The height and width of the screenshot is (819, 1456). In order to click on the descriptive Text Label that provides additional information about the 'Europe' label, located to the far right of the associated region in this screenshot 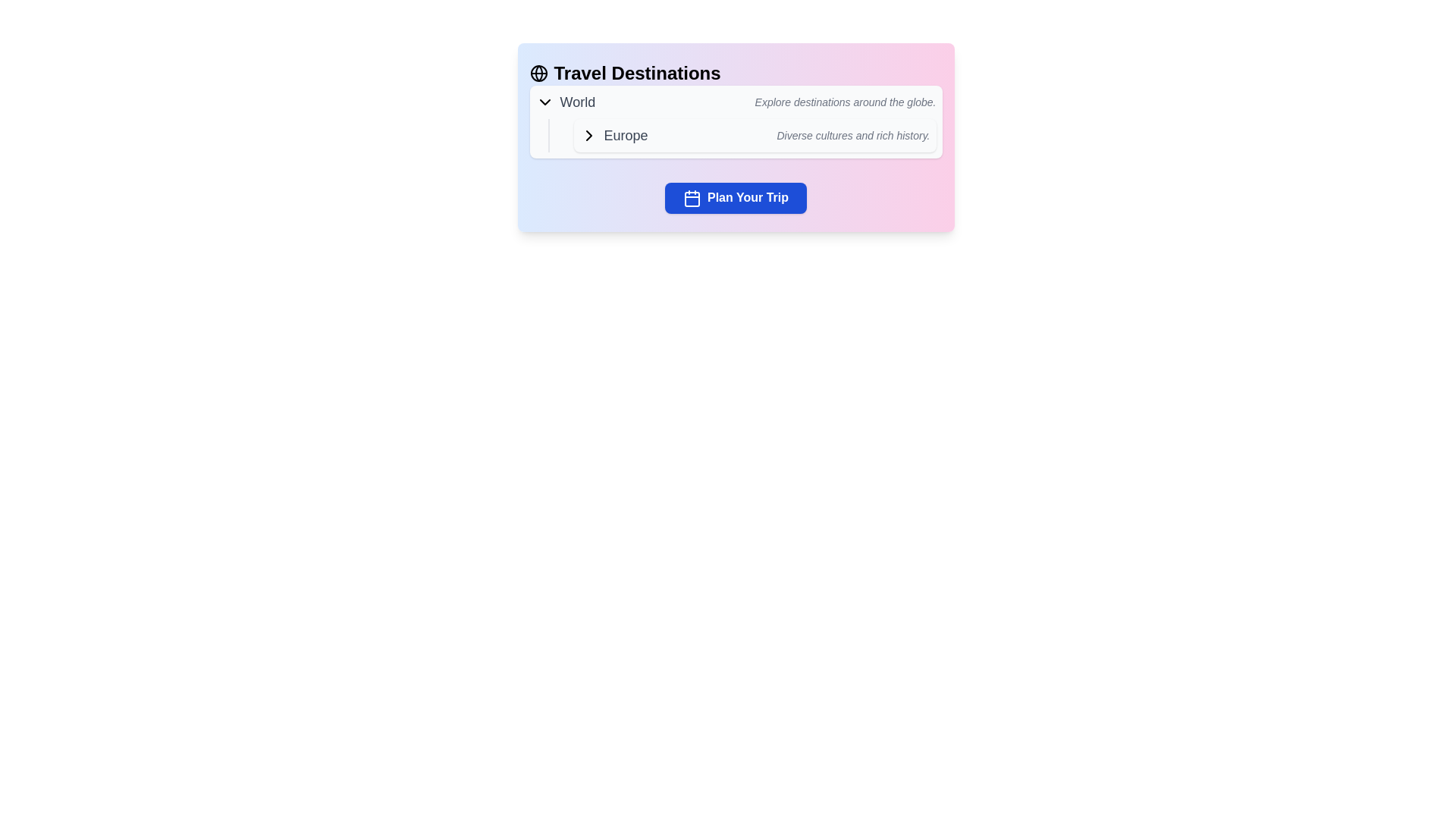, I will do `click(853, 134)`.